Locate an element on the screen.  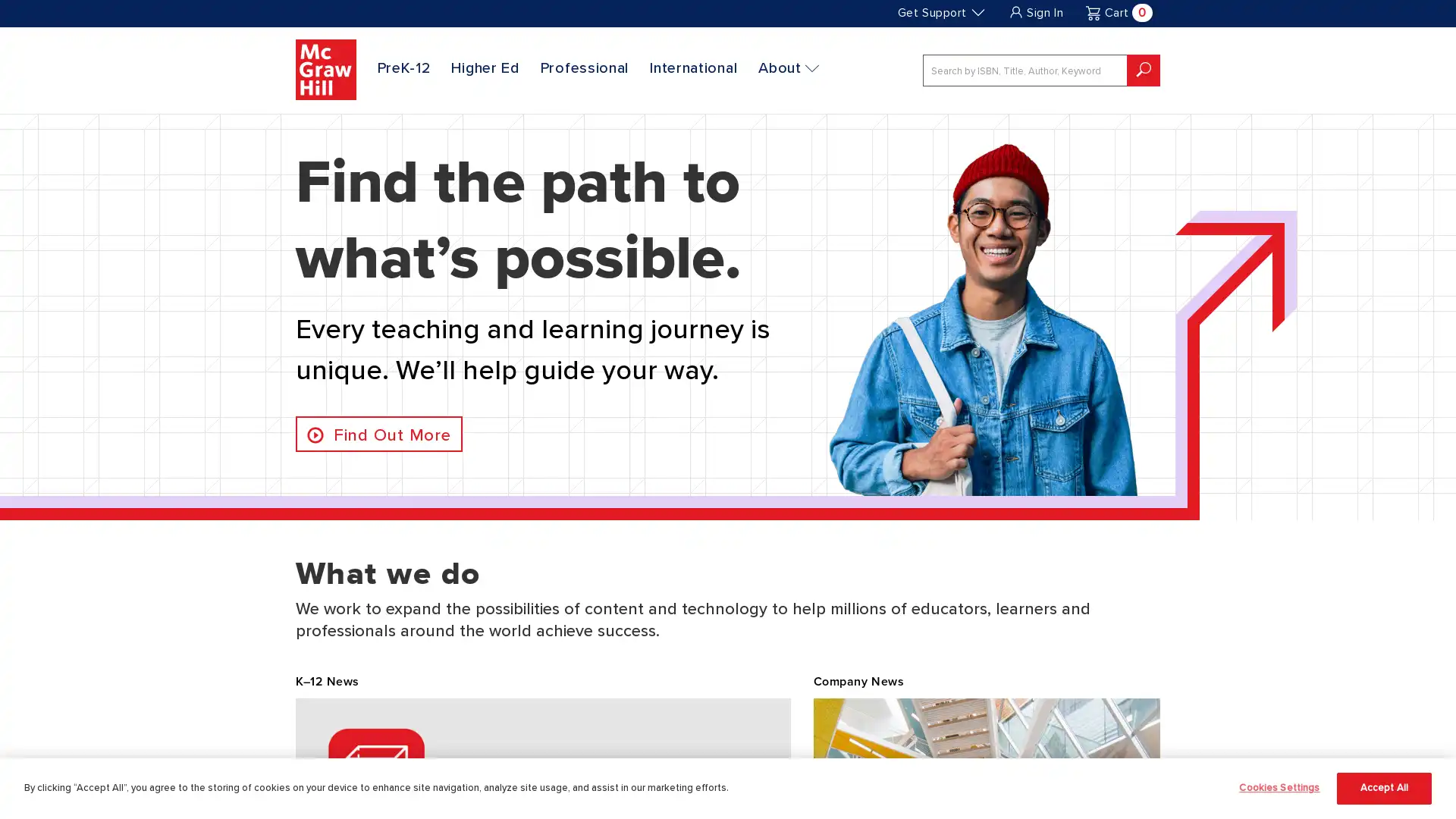
SKIP TO MAIN CONTENT is located at coordinates (451, 24).